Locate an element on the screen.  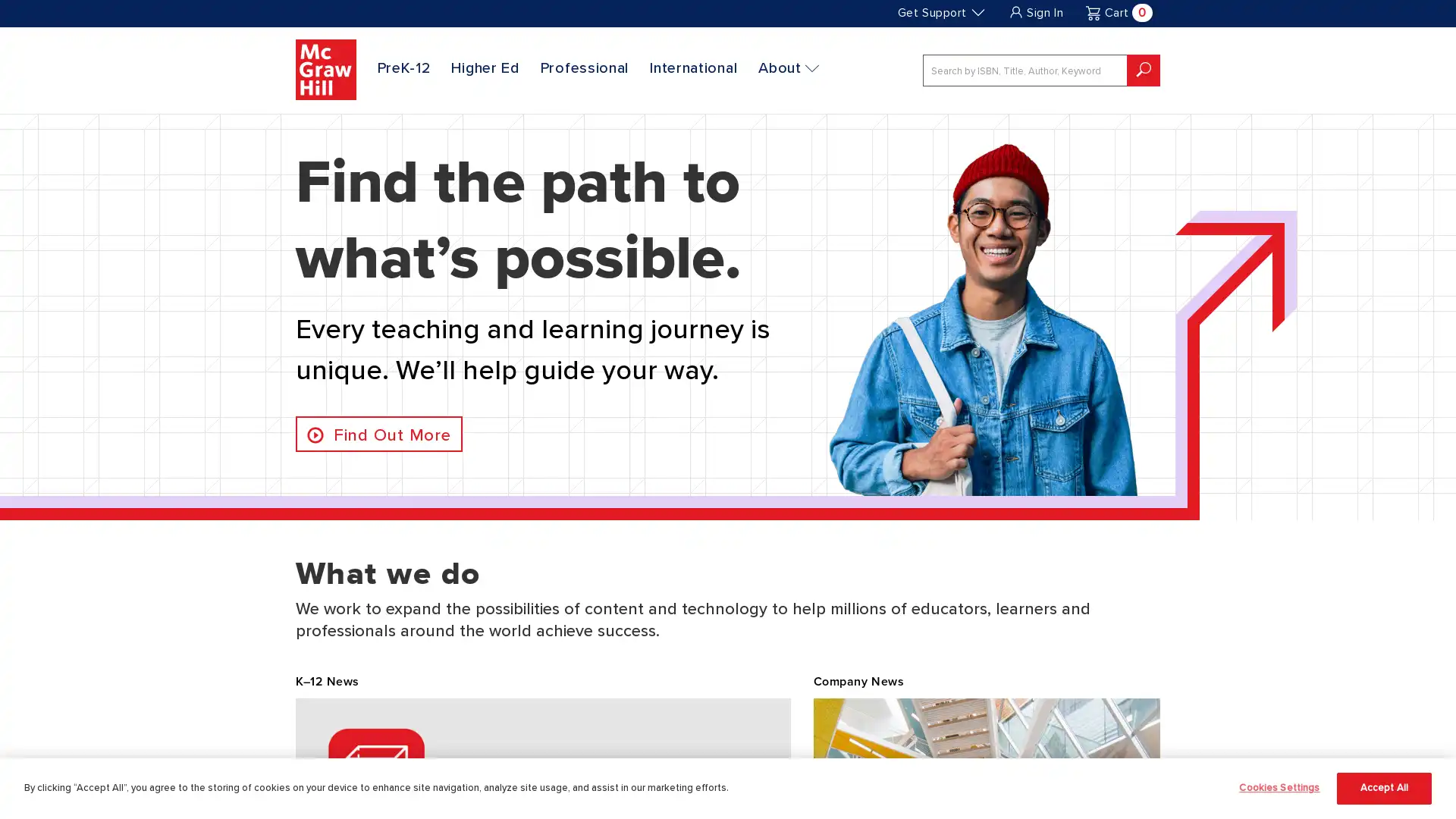
SKIP TO MAIN CONTENT is located at coordinates (451, 24).